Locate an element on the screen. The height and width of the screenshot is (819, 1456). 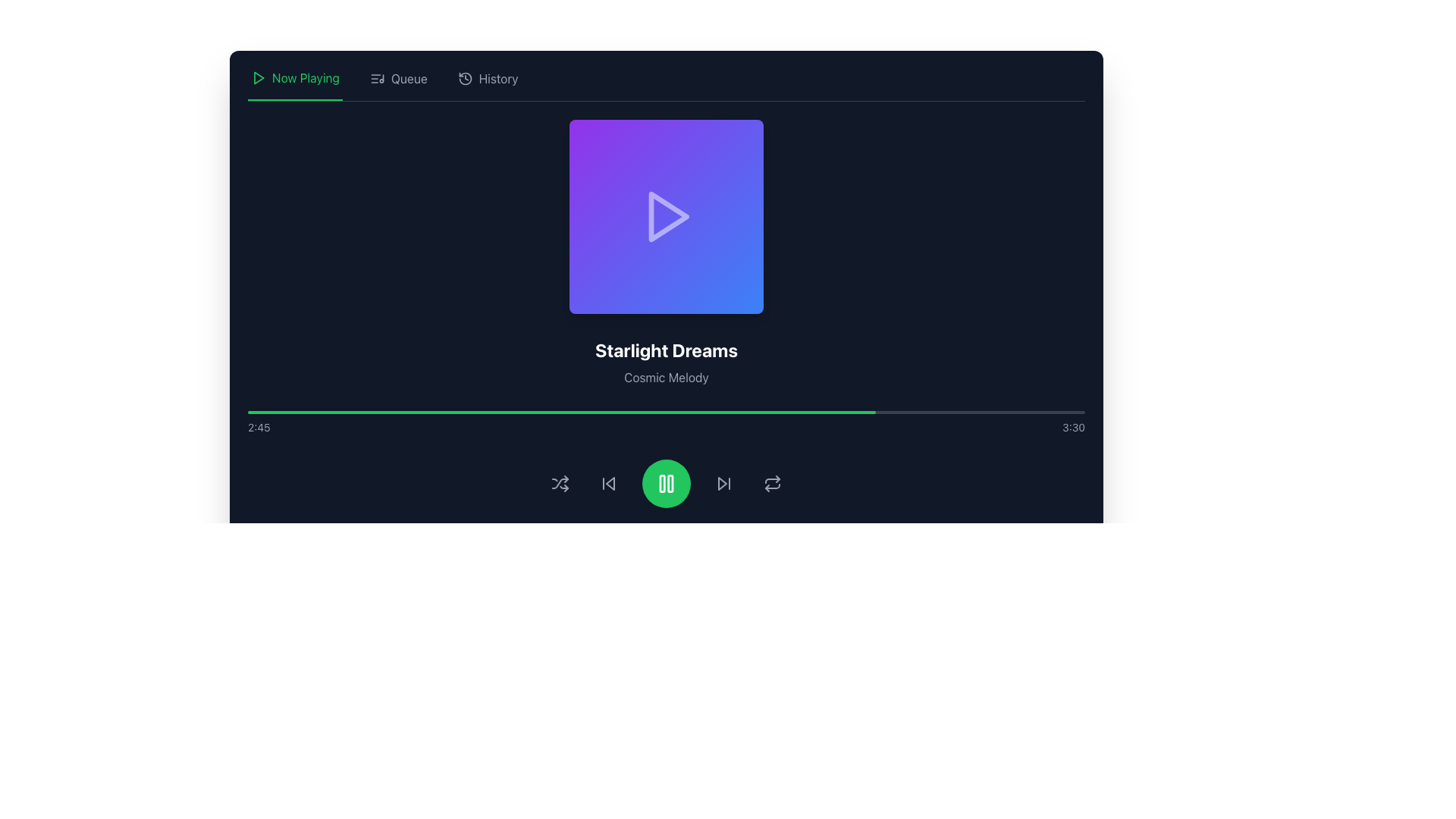
the playback button, which features a triangle play icon at the center of the interface is located at coordinates (666, 216).